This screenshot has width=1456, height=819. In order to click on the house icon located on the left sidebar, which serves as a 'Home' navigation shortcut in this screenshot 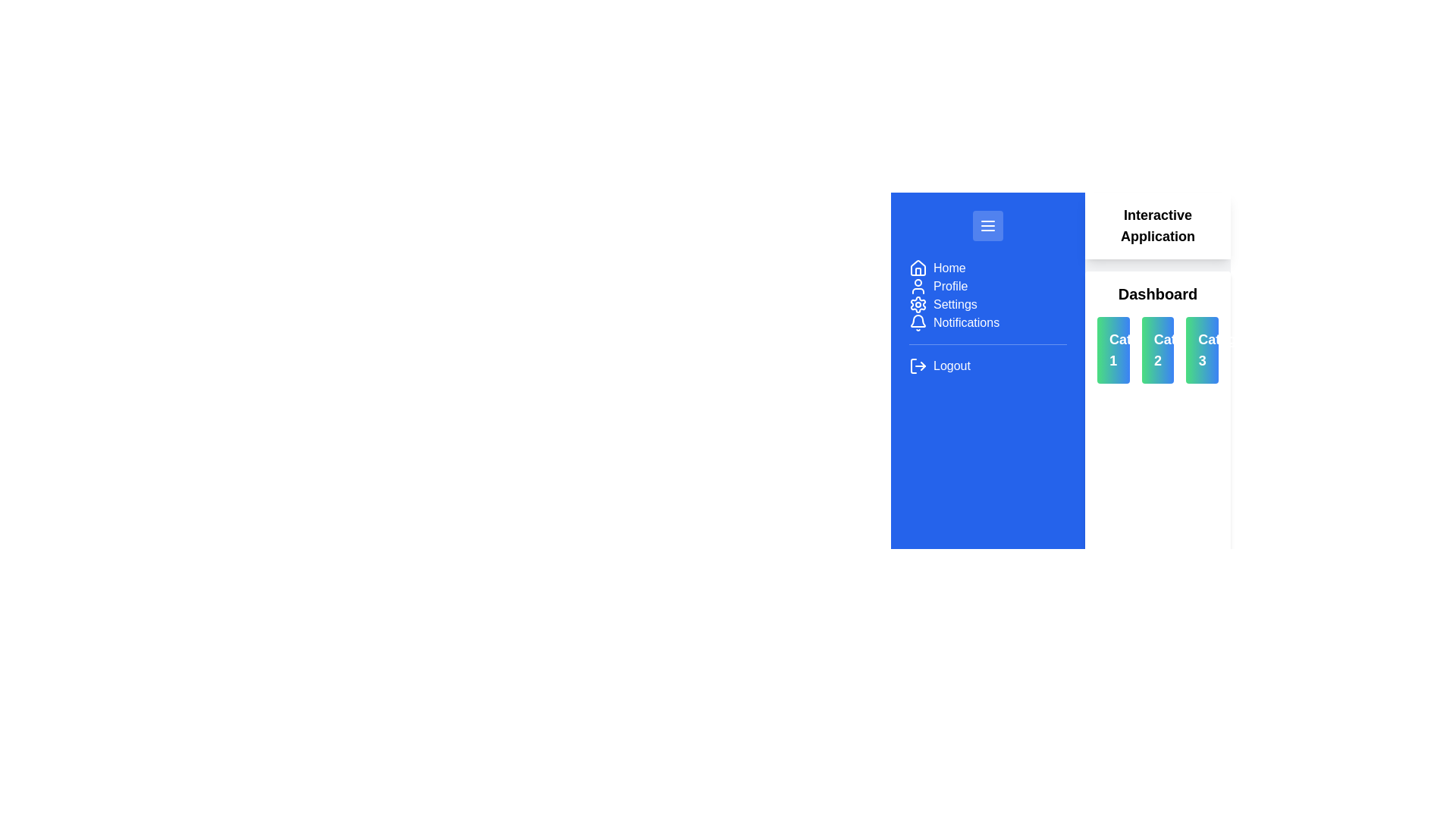, I will do `click(917, 271)`.